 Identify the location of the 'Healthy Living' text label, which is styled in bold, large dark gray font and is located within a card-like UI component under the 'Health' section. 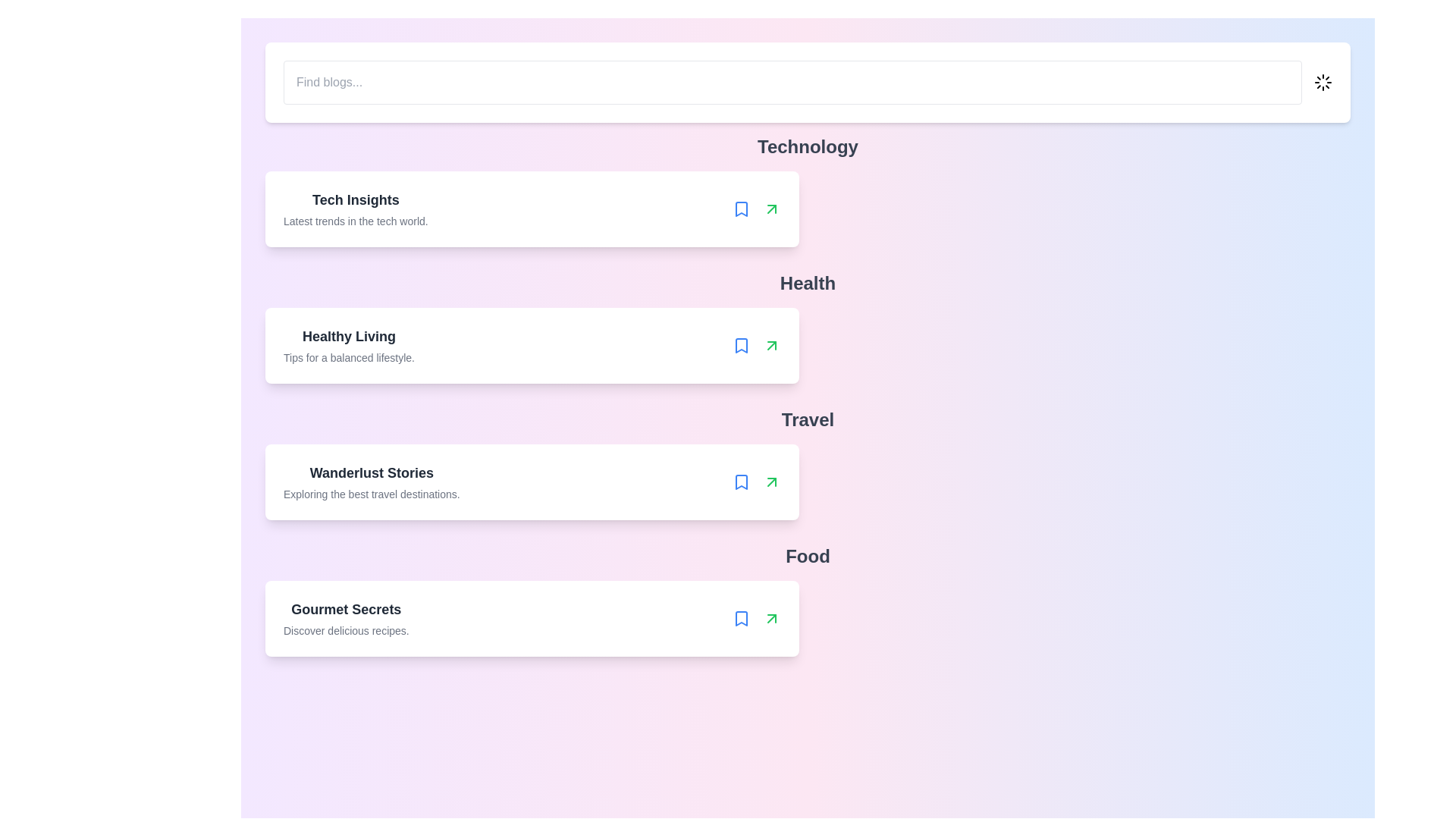
(348, 335).